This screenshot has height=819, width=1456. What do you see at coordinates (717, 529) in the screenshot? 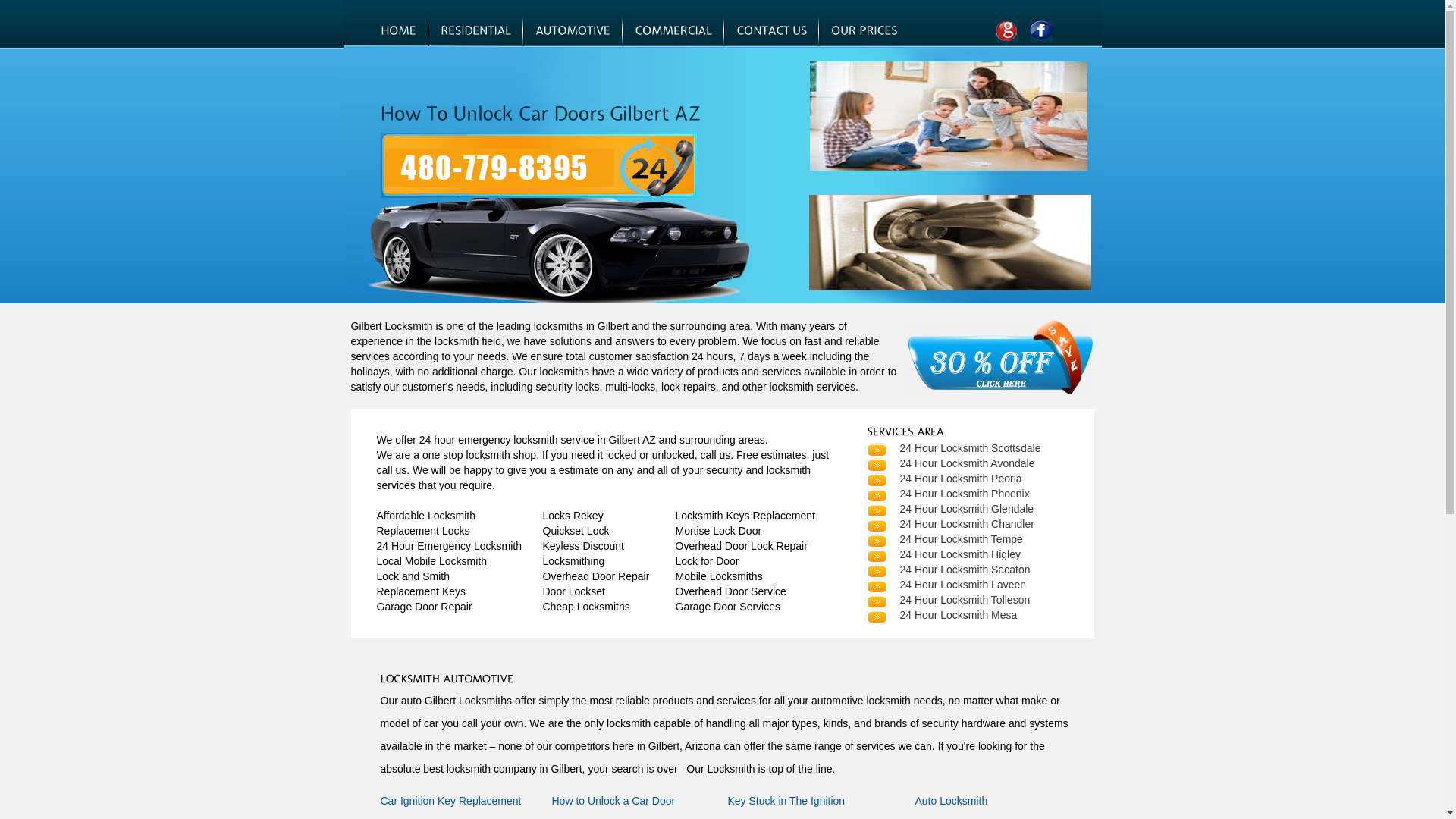
I see `'Mortise Lock Door'` at bounding box center [717, 529].